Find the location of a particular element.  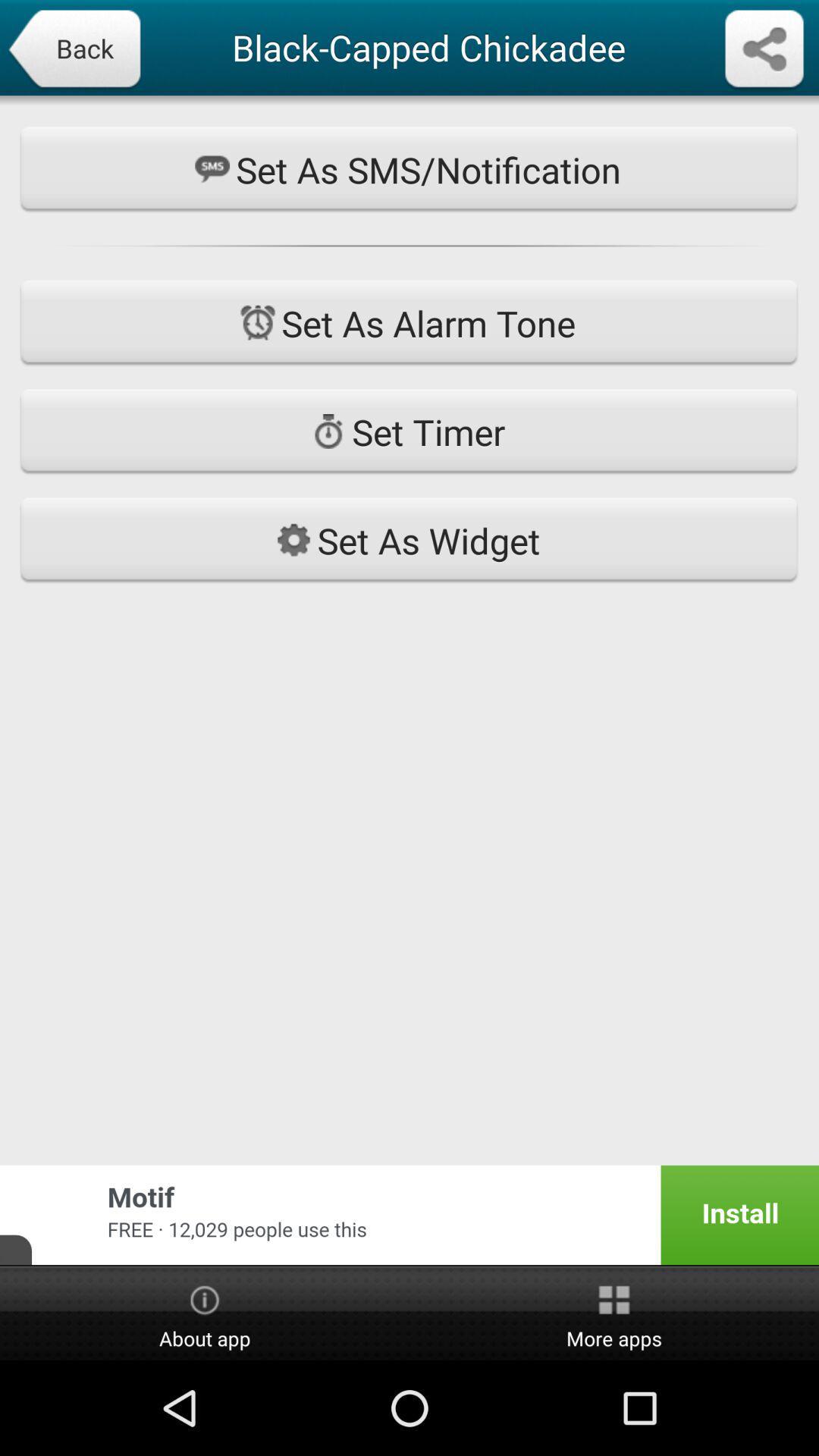

banner advertisement is located at coordinates (409, 1215).